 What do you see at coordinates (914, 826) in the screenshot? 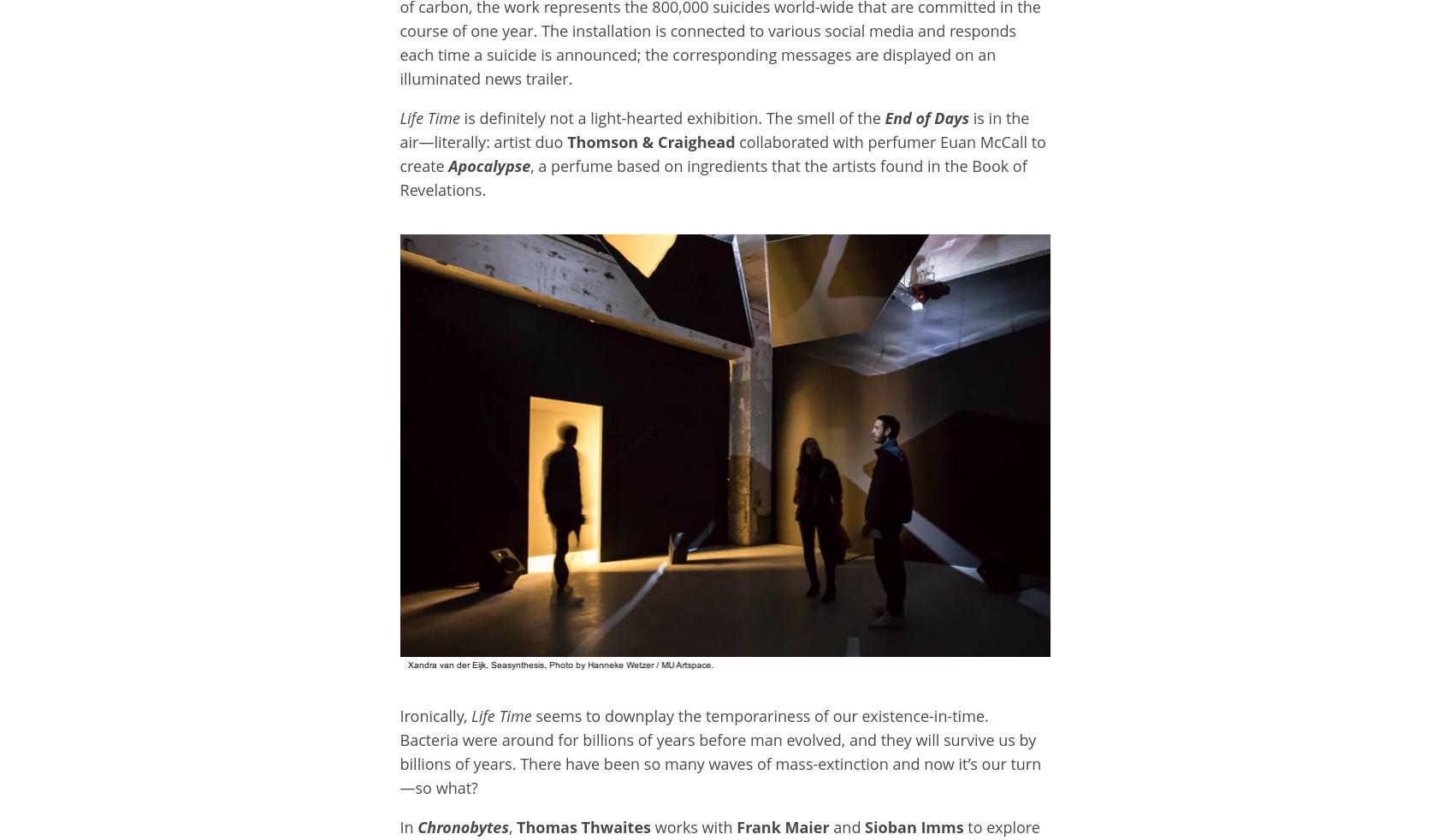
I see `'Sioban Imms'` at bounding box center [914, 826].